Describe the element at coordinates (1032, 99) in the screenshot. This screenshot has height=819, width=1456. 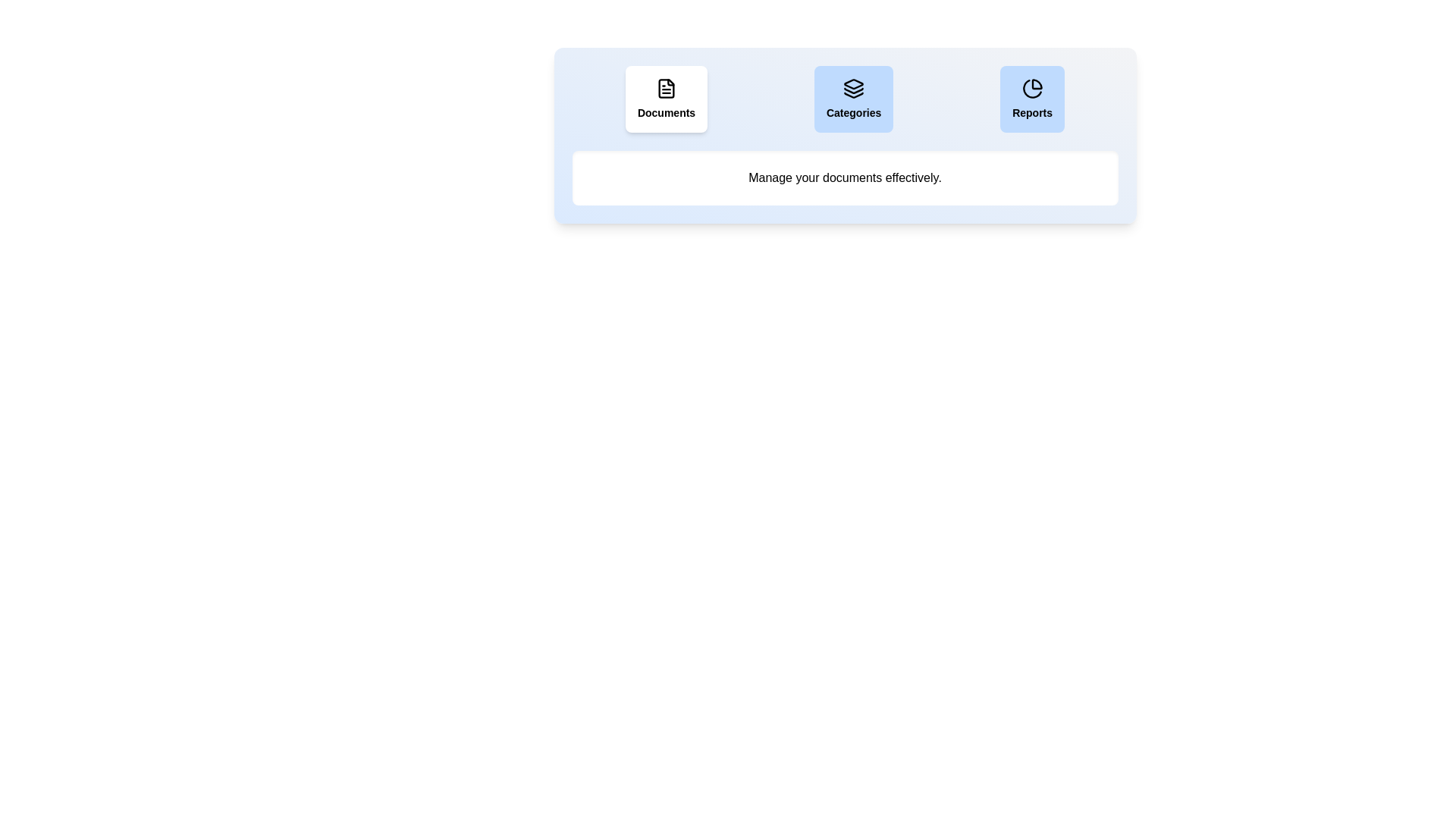
I see `the Reports tab to observe visual feedback` at that location.